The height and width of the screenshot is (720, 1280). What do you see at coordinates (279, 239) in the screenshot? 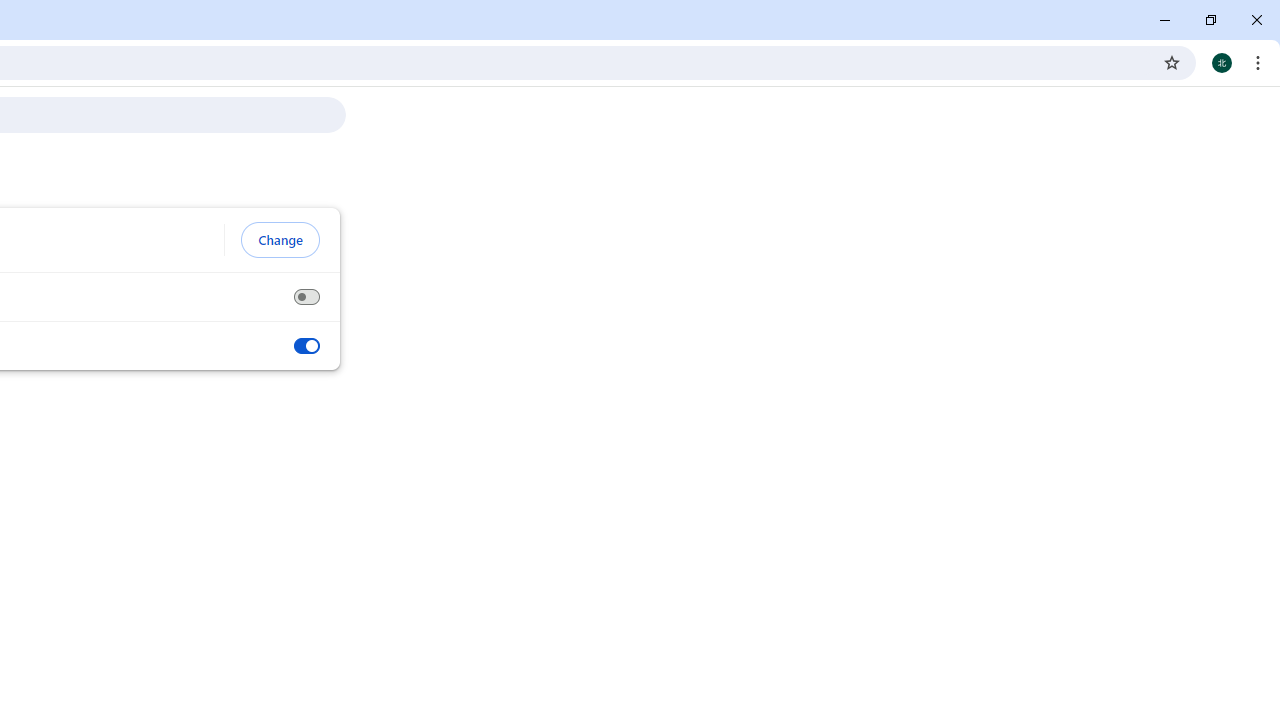
I see `'Change'` at bounding box center [279, 239].